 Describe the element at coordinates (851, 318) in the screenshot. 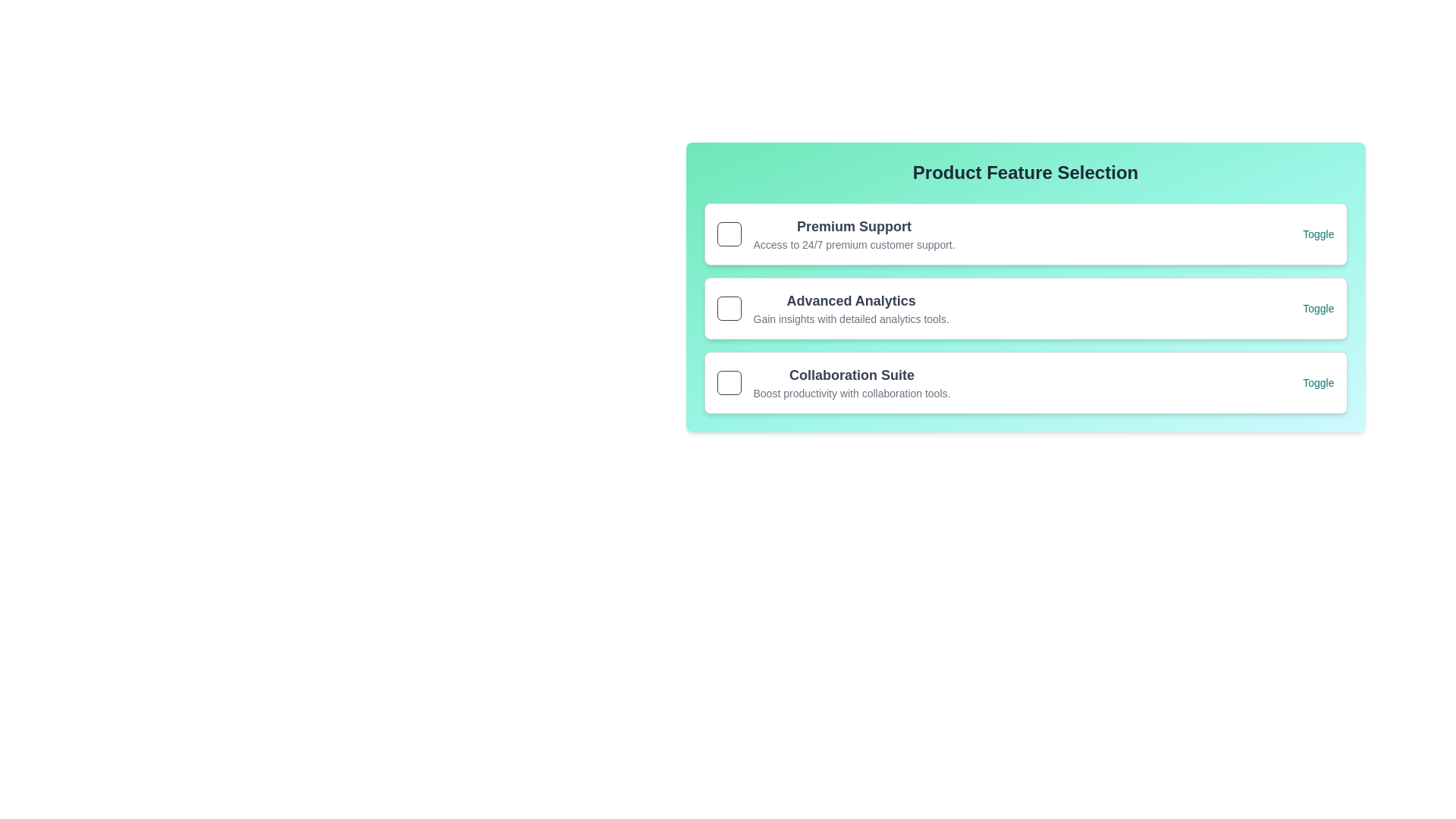

I see `the descriptive text element located under the 'Advanced Analytics' title in the option box` at that location.